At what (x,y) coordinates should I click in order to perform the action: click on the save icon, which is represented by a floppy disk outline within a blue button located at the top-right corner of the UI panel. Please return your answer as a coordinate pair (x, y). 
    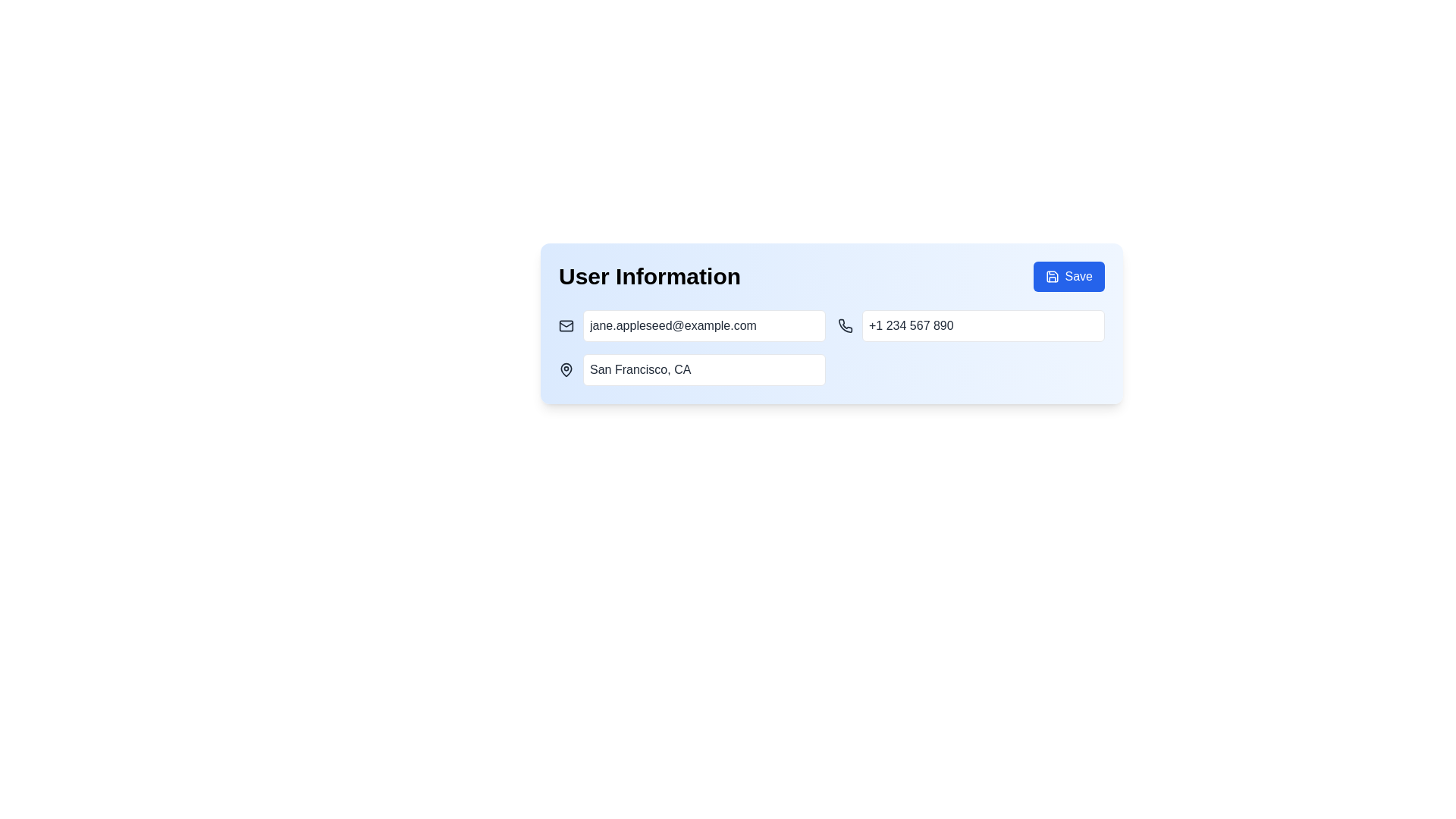
    Looking at the image, I should click on (1051, 277).